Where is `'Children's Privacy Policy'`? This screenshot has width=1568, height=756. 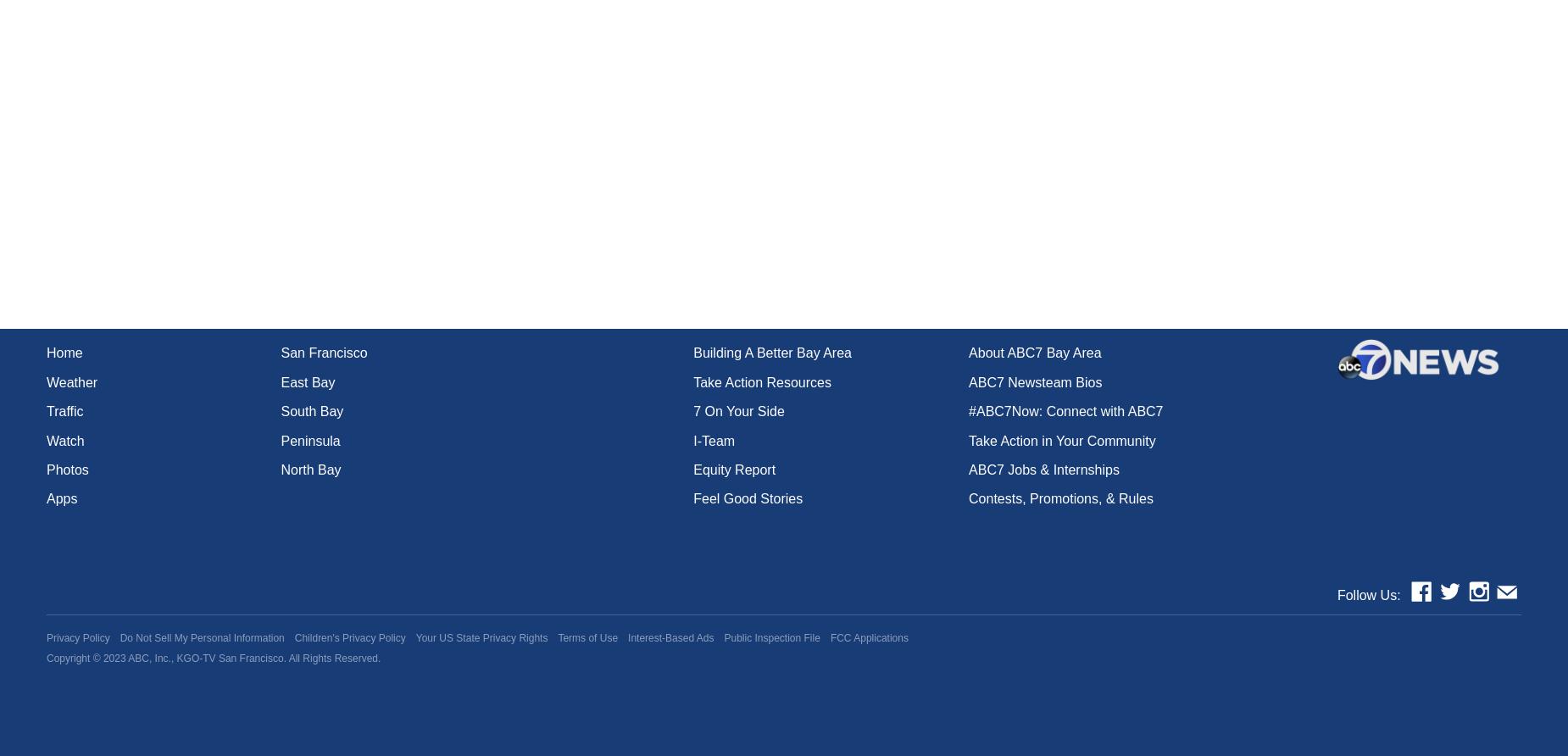
'Children's Privacy Policy' is located at coordinates (348, 638).